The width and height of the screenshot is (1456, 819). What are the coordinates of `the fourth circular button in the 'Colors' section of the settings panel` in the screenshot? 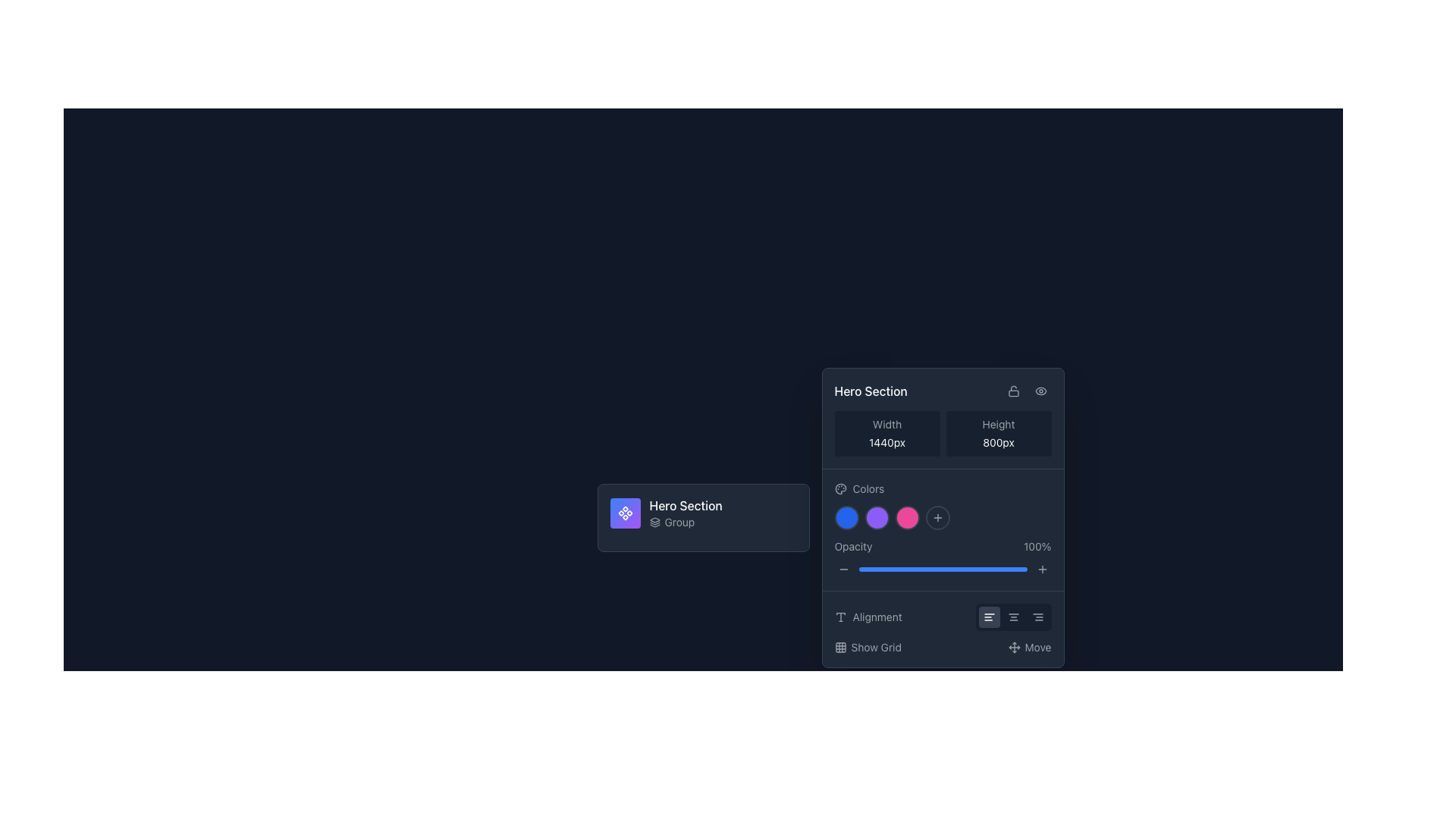 It's located at (937, 516).